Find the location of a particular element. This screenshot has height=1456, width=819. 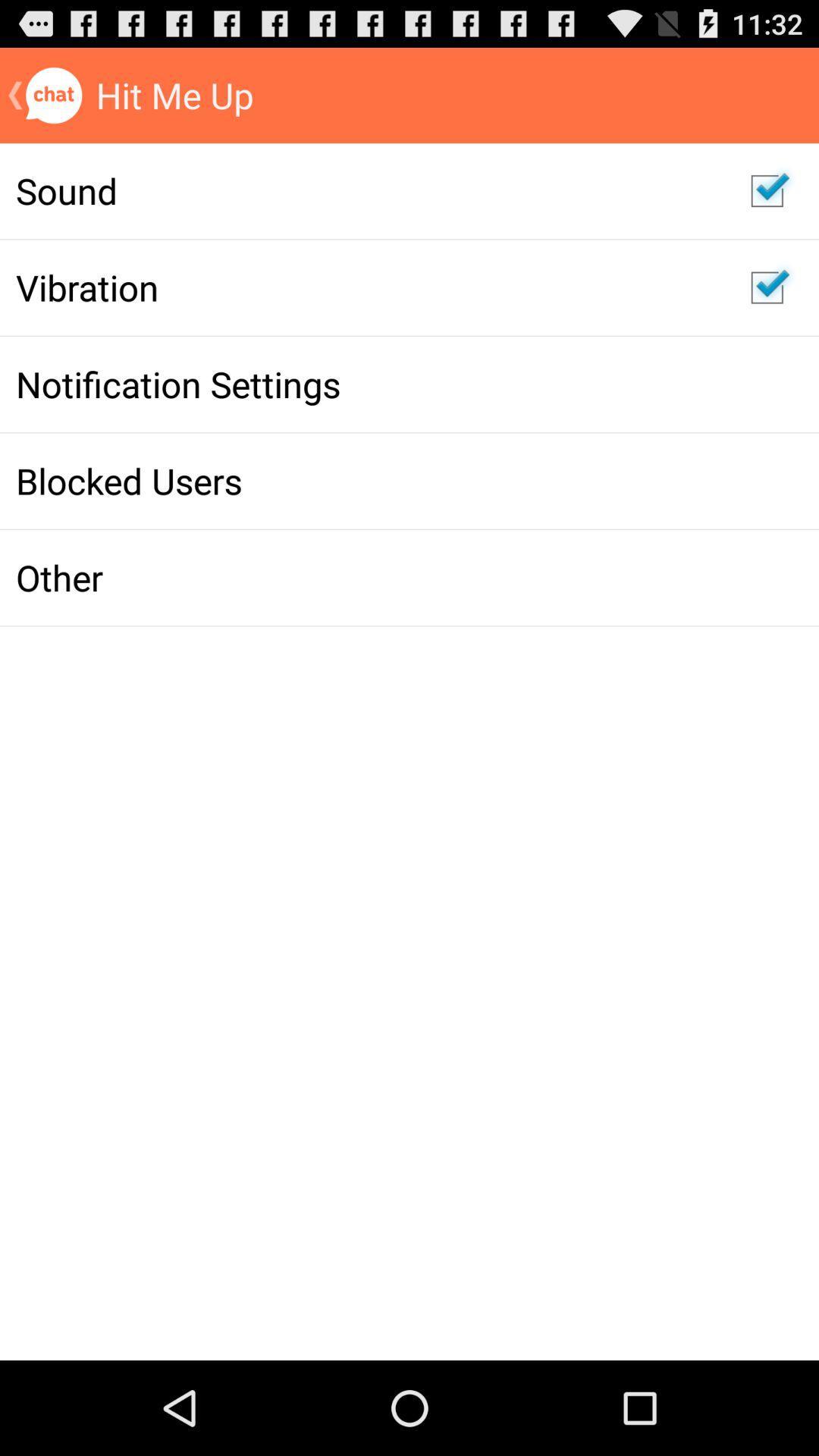

blocked users icon is located at coordinates (367, 480).